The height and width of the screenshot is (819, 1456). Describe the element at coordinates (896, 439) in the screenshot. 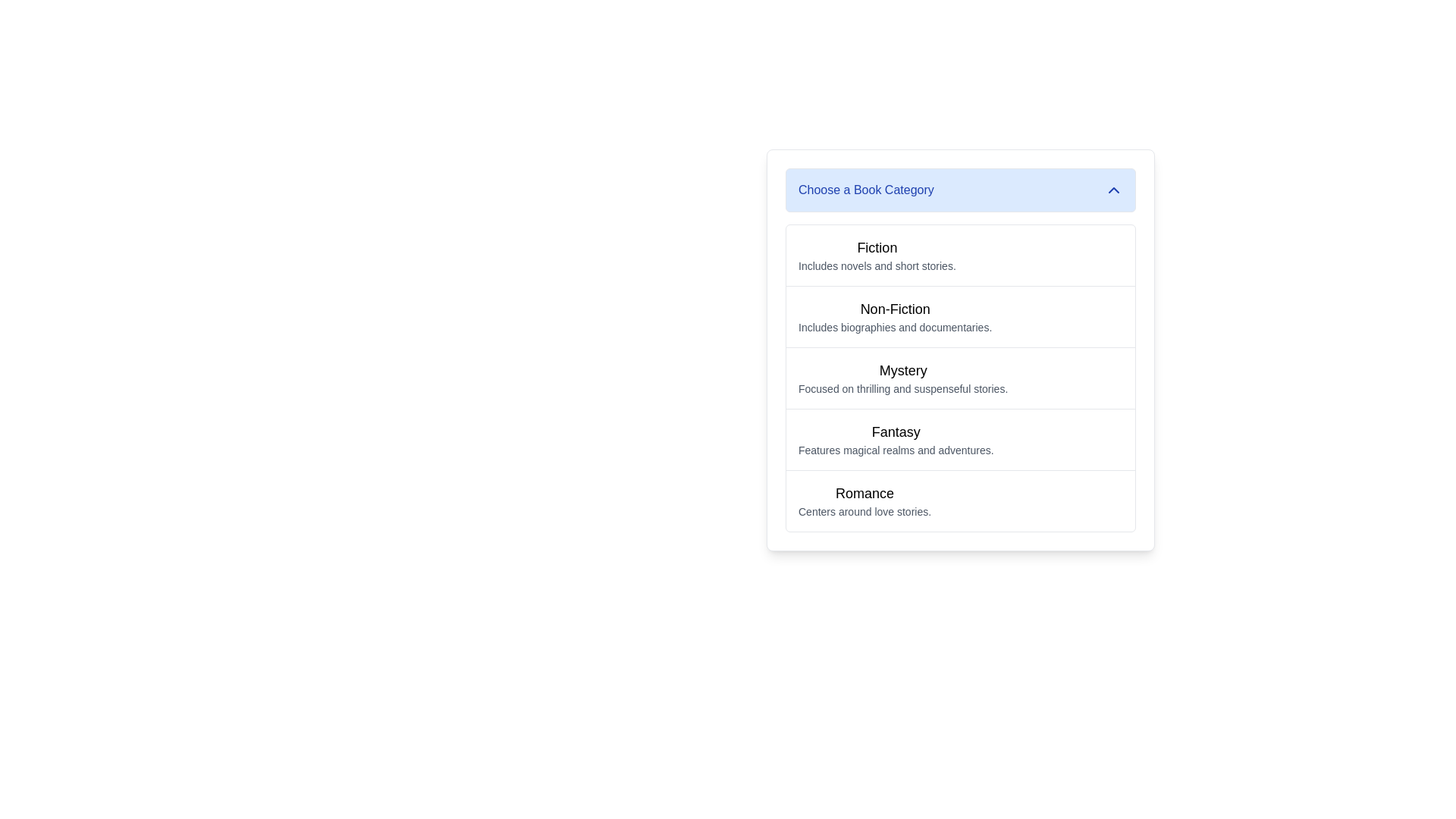

I see `the fantasy genre text label in the 'Choose a Book Category' dropdown menu, located in the fourth row, beneath 'Mystery' and above 'Romance'` at that location.